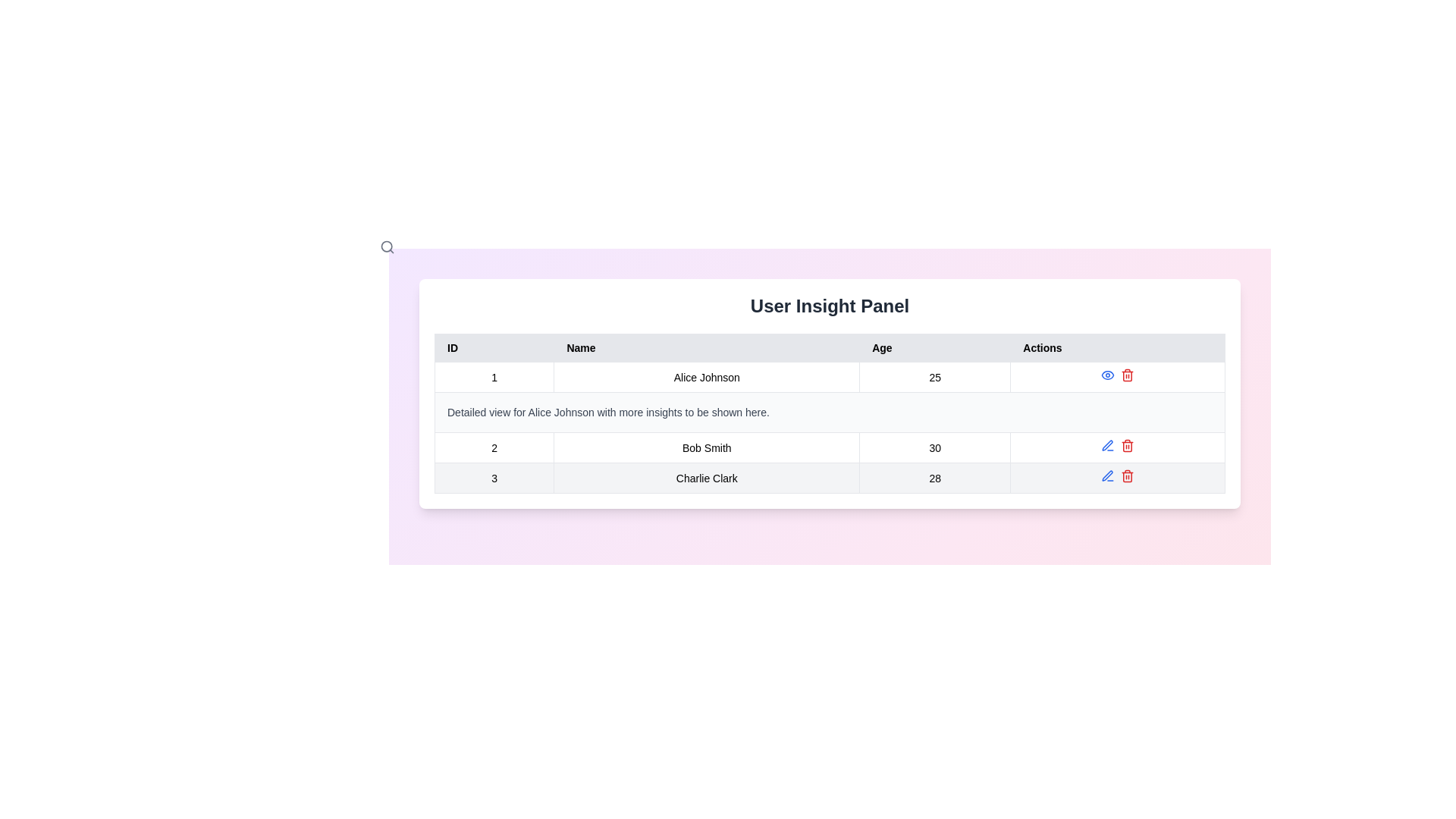 The image size is (1456, 819). What do you see at coordinates (1107, 375) in the screenshot?
I see `the leftmost Icon Button in the 'Actions' column for the row corresponding to Alice Johnson` at bounding box center [1107, 375].